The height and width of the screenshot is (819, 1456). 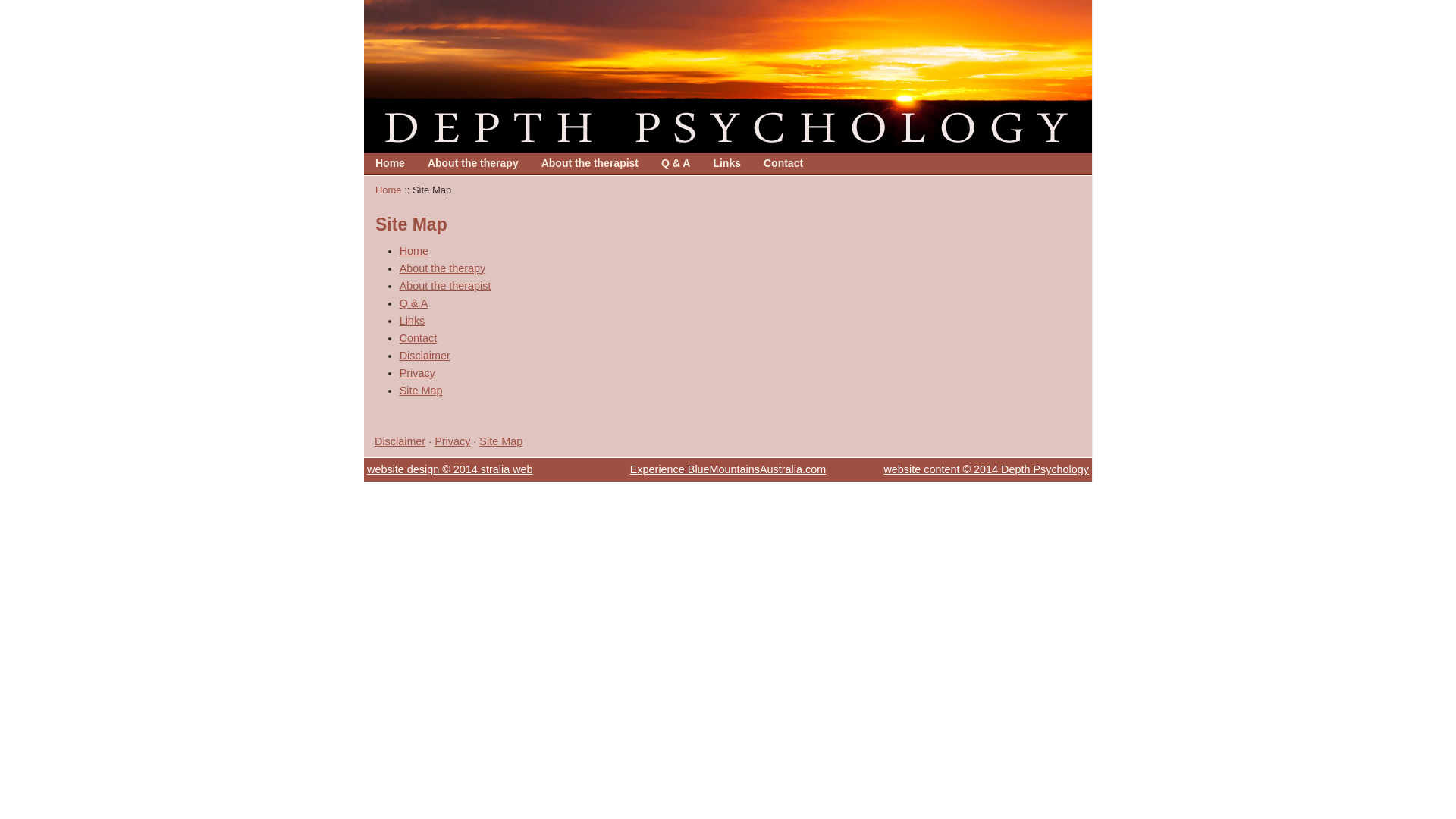 I want to click on 'Contact', so click(x=783, y=163).